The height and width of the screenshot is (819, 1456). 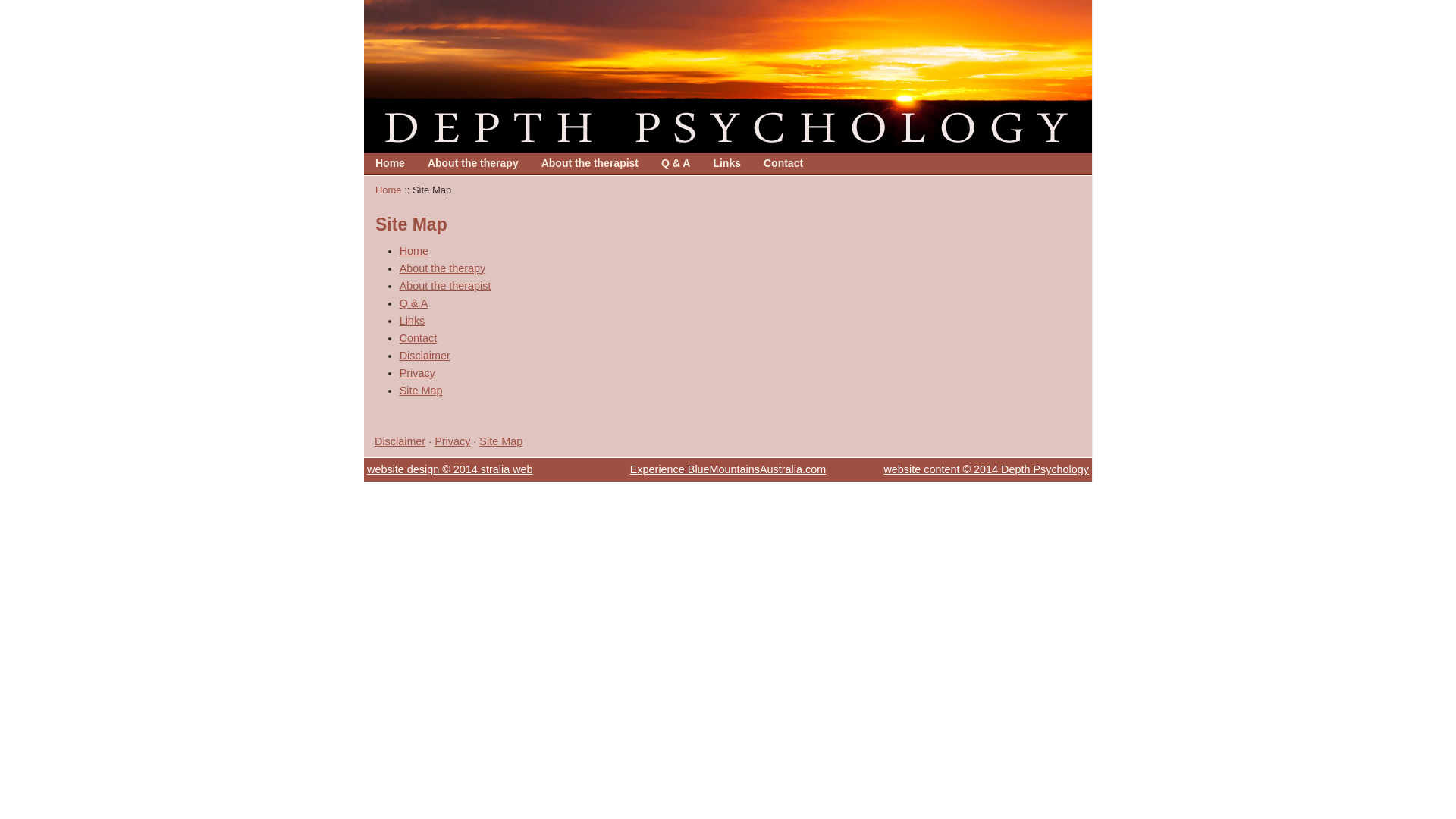 I want to click on 'Contact', so click(x=783, y=163).